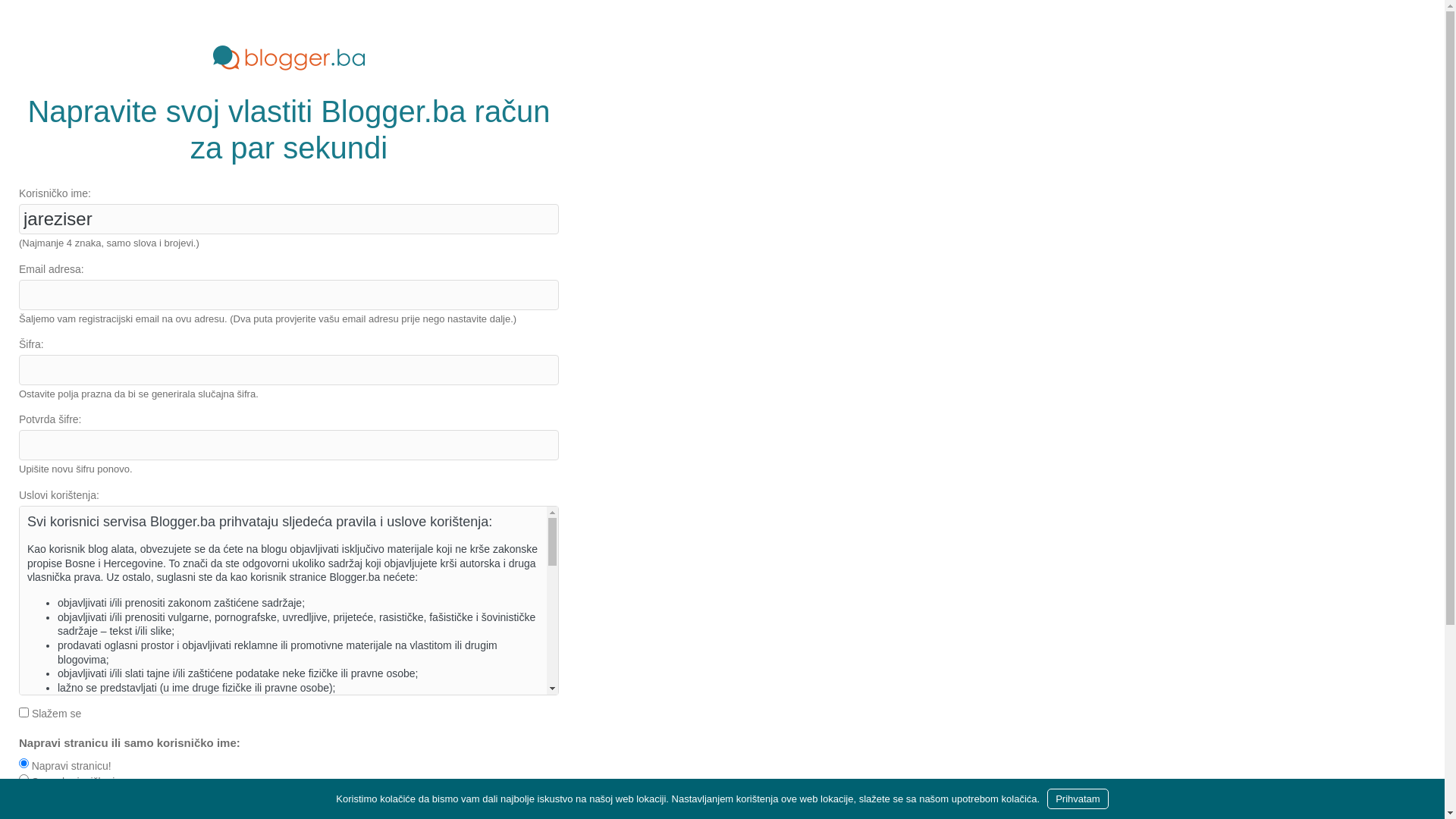 Image resolution: width=1456 pixels, height=819 pixels. I want to click on 'Prihvatam', so click(1077, 798).